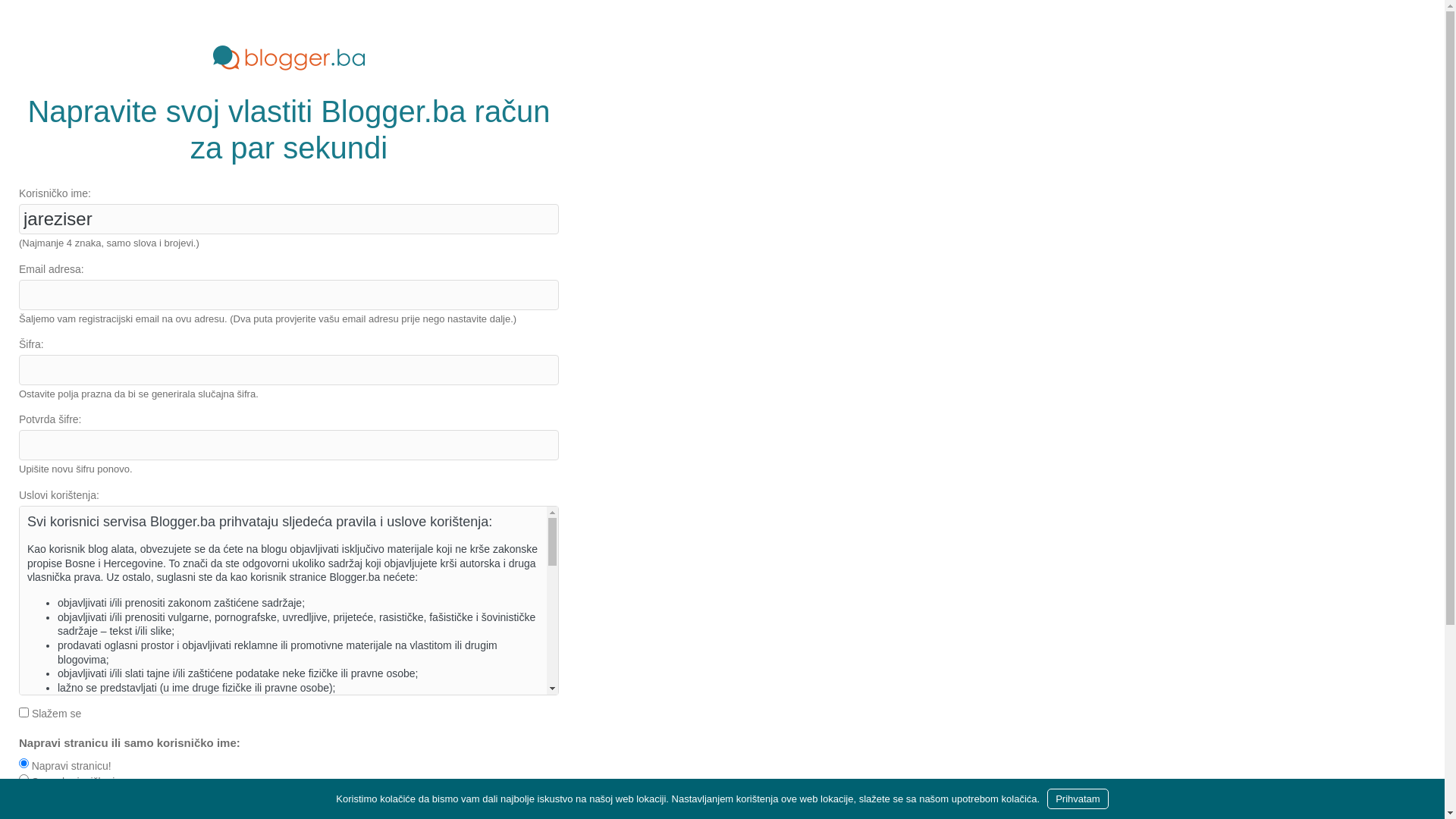 Image resolution: width=1456 pixels, height=819 pixels. I want to click on 'Prihvatam', so click(1077, 798).